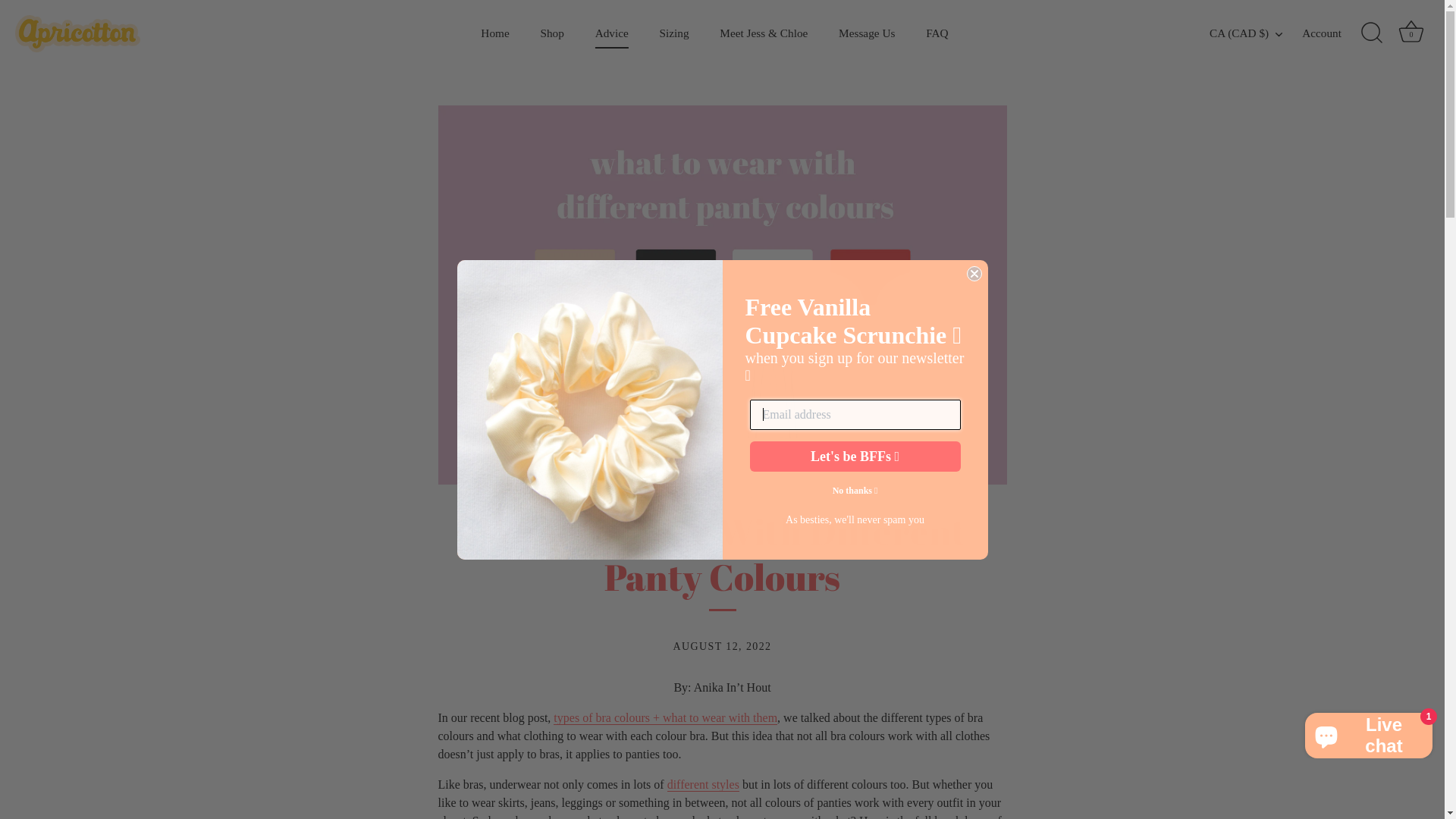 Image resolution: width=1456 pixels, height=819 pixels. I want to click on 'Basket, so click(1410, 33).